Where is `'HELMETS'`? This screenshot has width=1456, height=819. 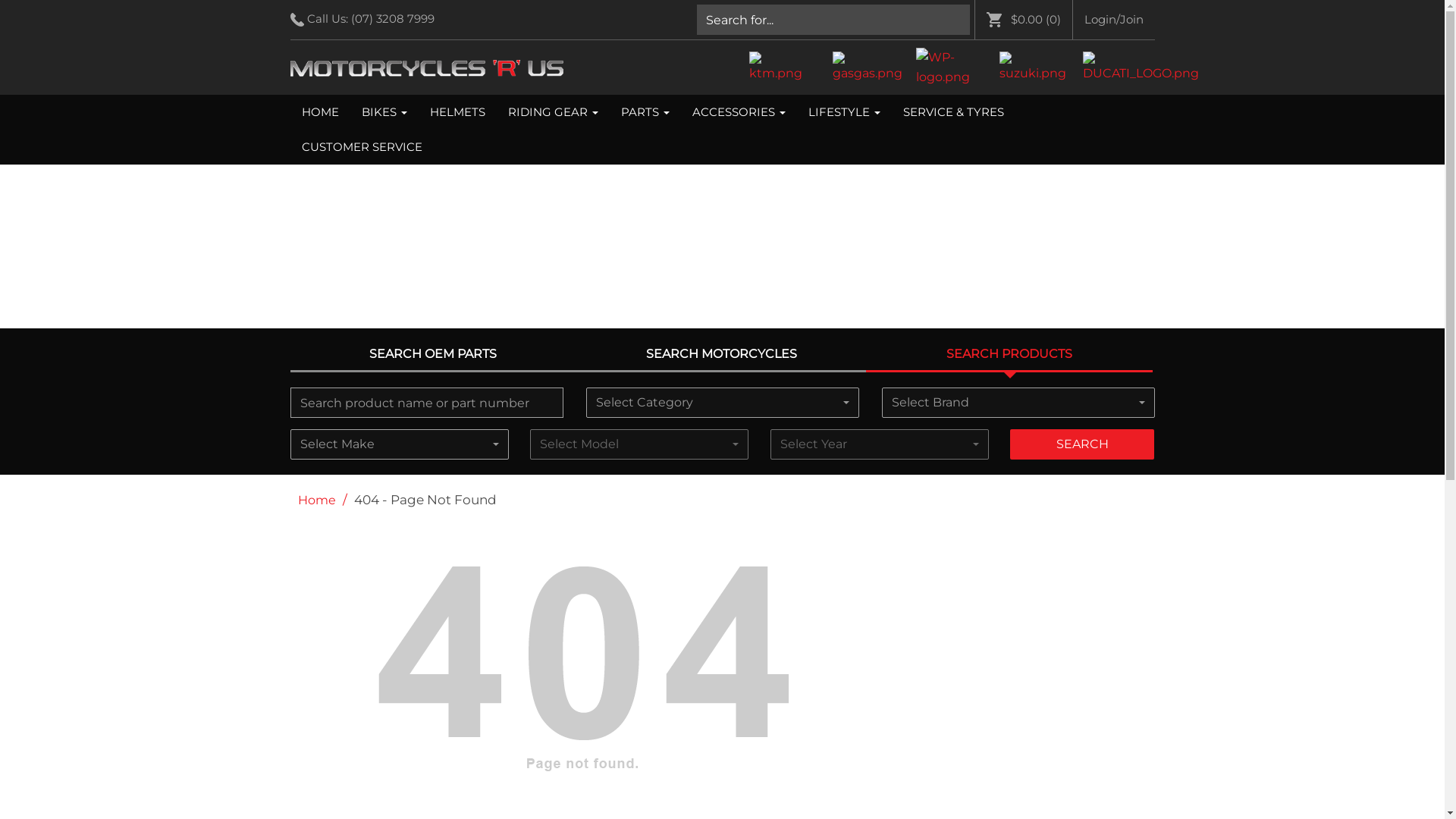 'HELMETS' is located at coordinates (457, 111).